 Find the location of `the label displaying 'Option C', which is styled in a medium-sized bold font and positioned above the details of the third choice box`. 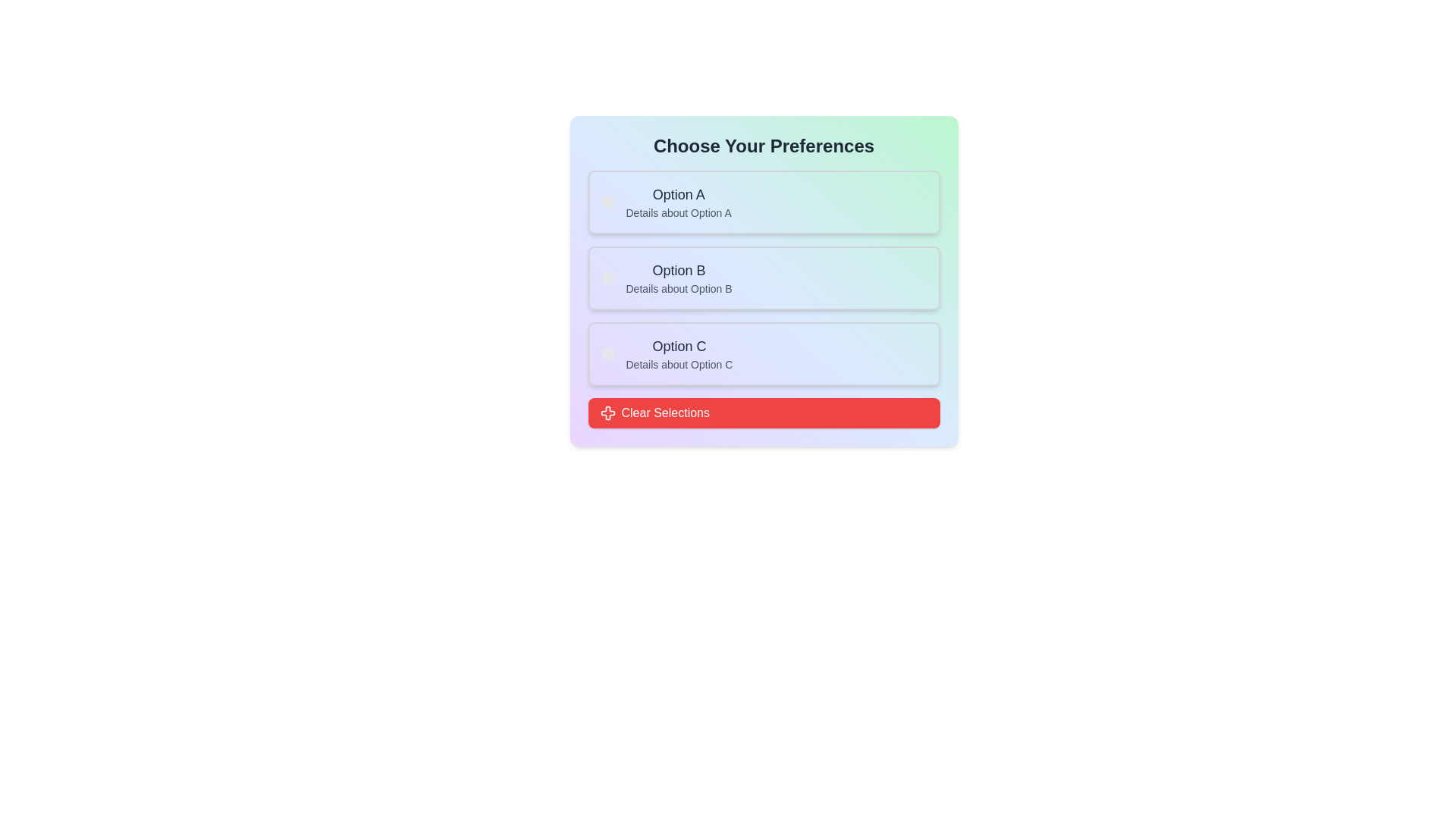

the label displaying 'Option C', which is styled in a medium-sized bold font and positioned above the details of the third choice box is located at coordinates (678, 346).